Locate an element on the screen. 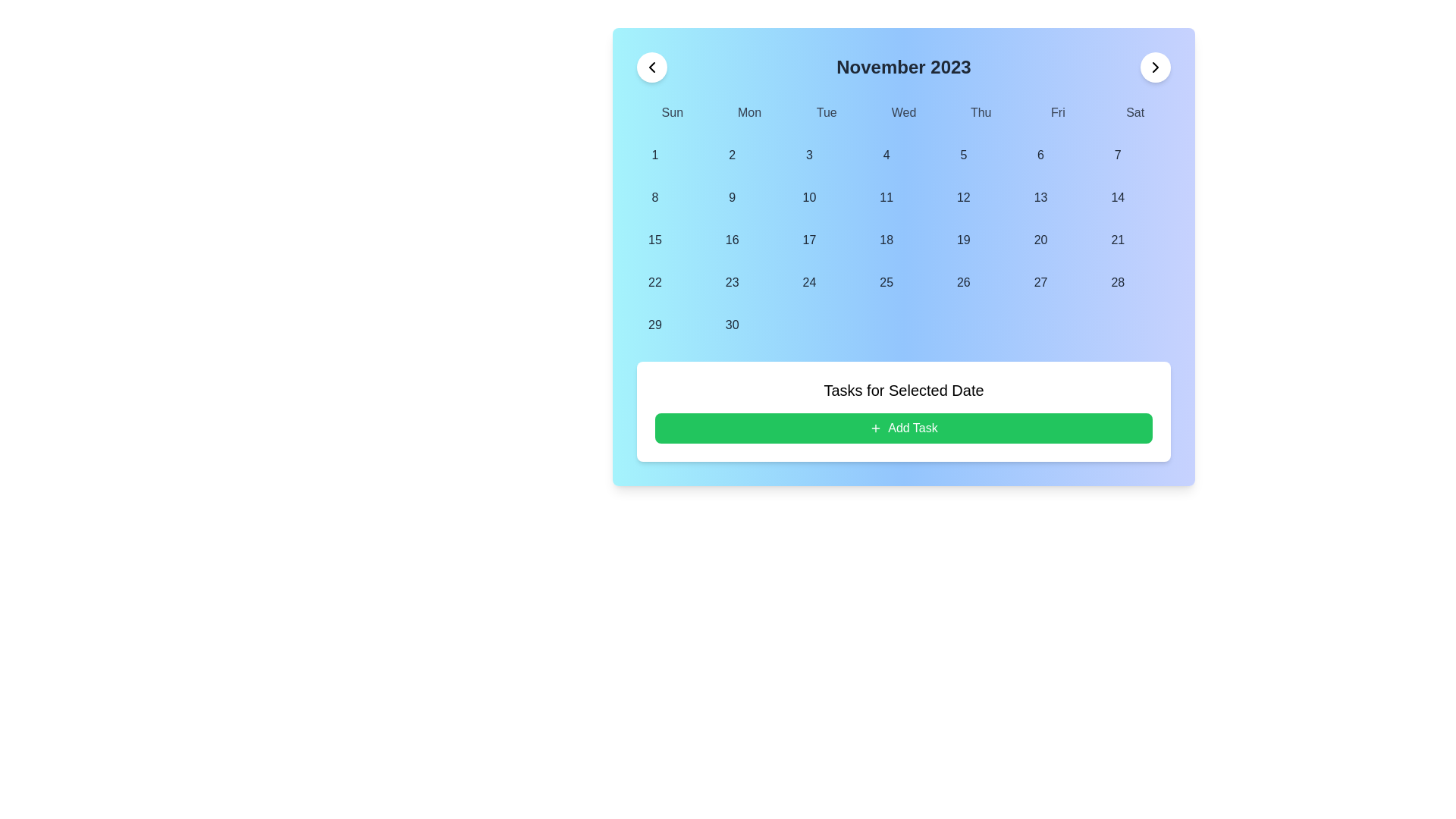 The height and width of the screenshot is (819, 1456). the text label displaying 'November 2023', which is styled with a bold font and is located at the top center of the calendar interface is located at coordinates (903, 66).